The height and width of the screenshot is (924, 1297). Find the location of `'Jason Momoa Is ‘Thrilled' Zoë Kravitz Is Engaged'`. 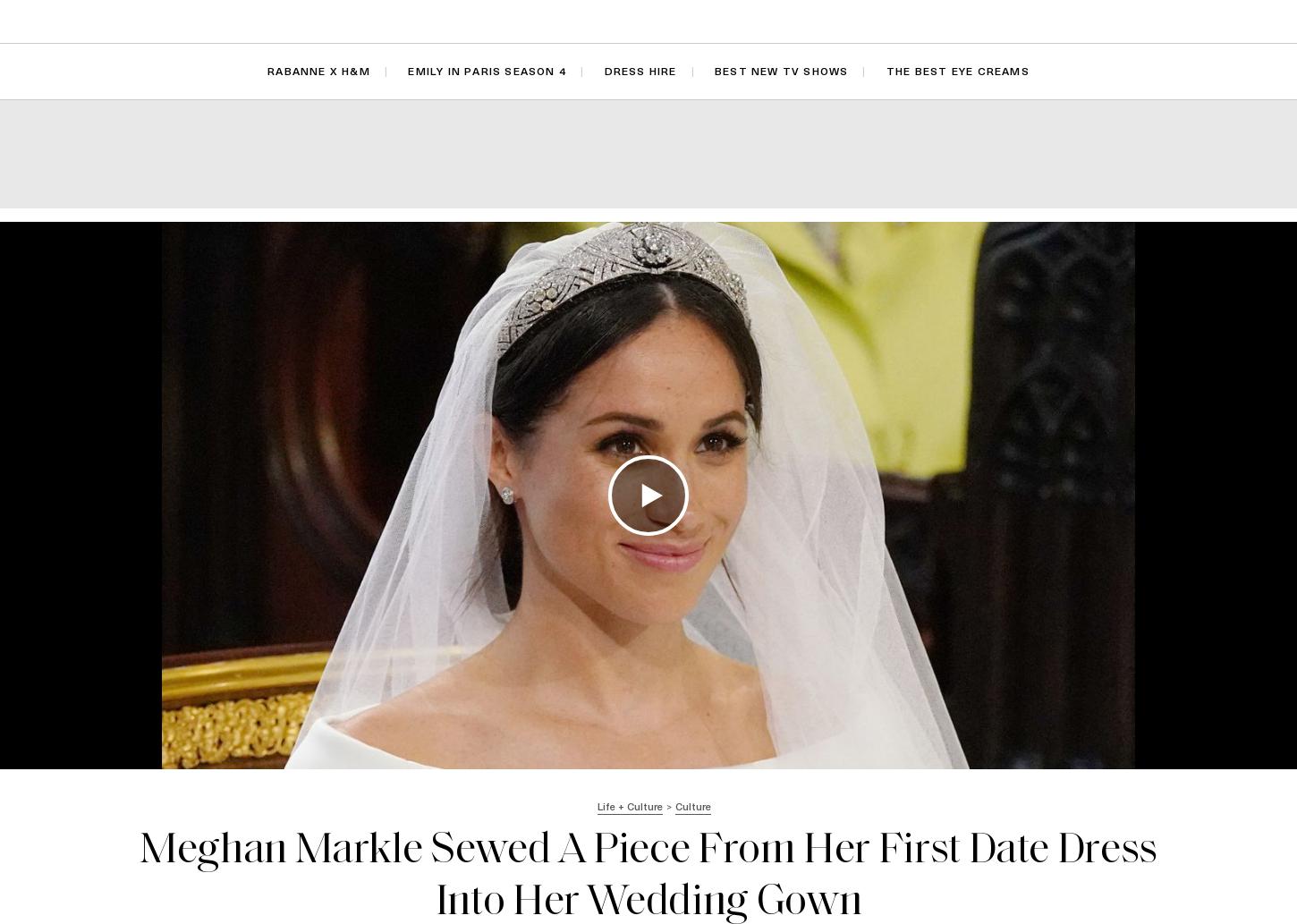

'Jason Momoa Is ‘Thrilled' Zoë Kravitz Is Engaged' is located at coordinates (252, 565).